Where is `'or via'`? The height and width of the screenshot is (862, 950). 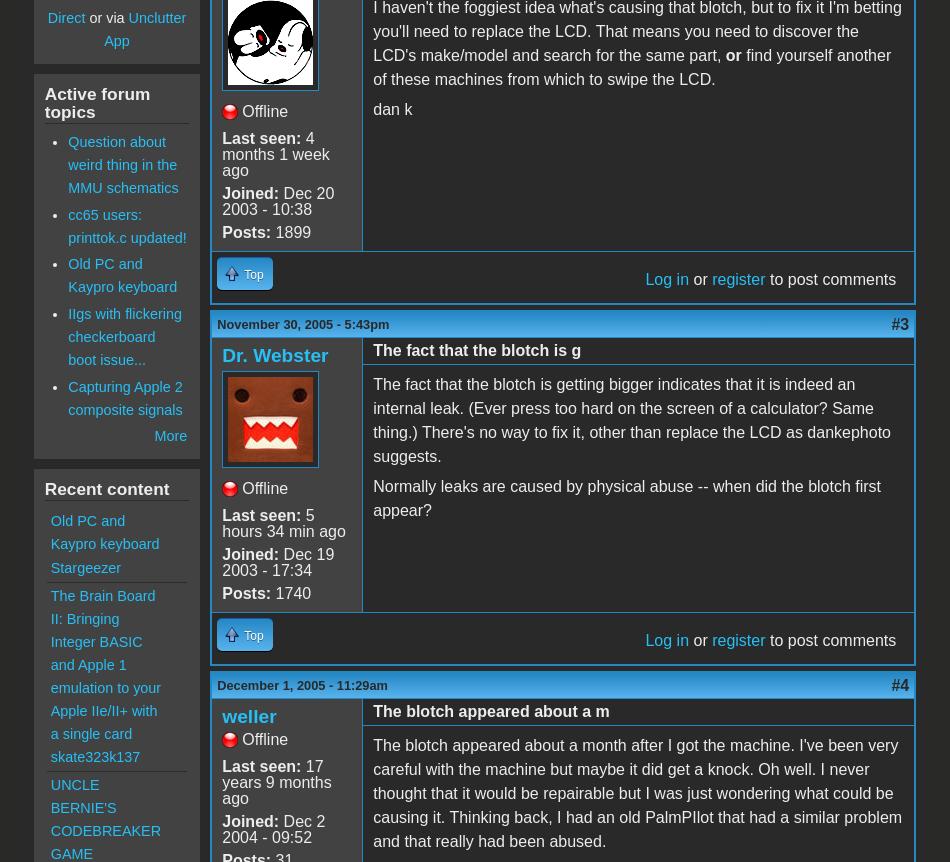
'or via' is located at coordinates (106, 18).